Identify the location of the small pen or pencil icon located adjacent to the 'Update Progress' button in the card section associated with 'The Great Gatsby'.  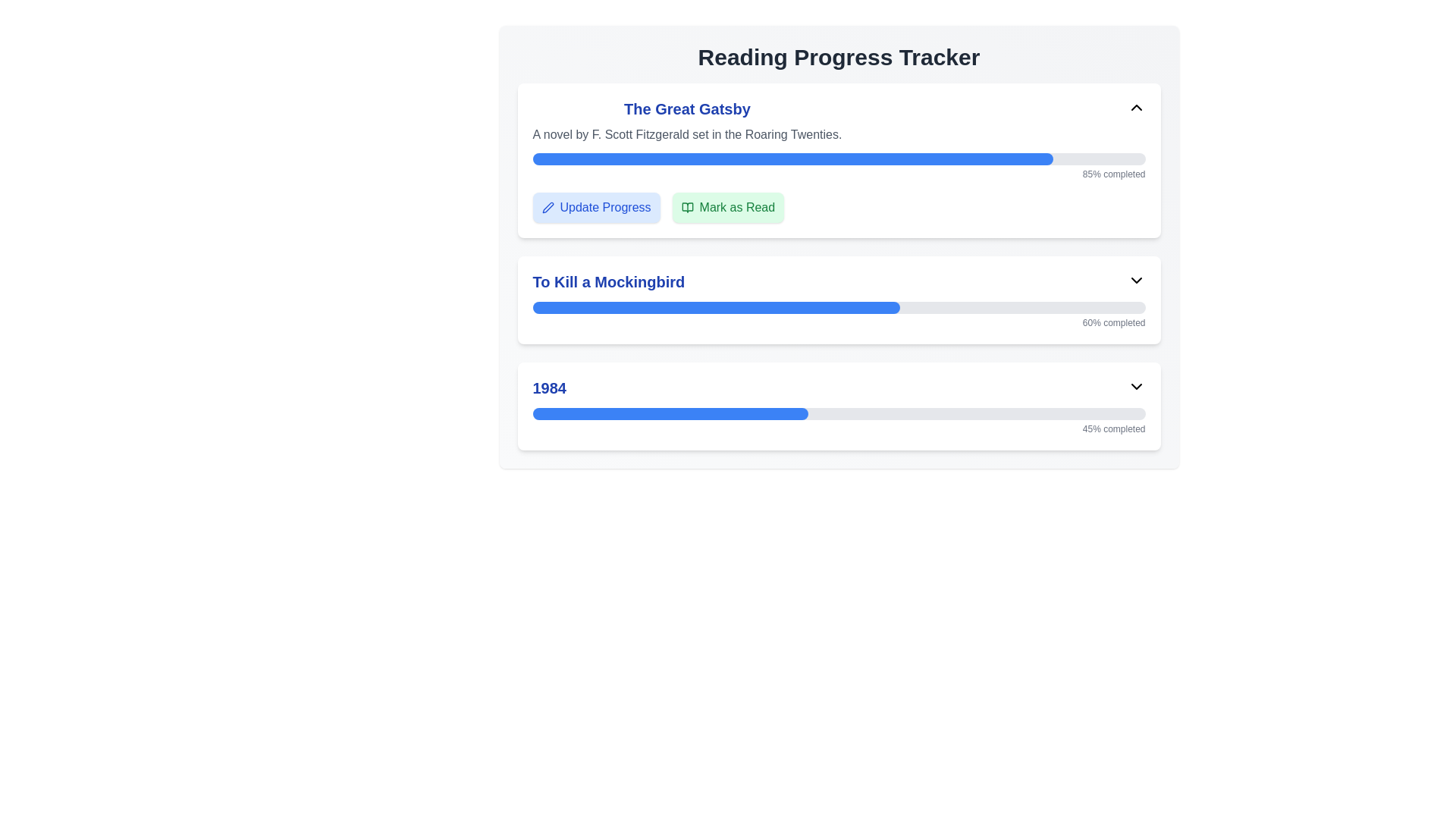
(547, 207).